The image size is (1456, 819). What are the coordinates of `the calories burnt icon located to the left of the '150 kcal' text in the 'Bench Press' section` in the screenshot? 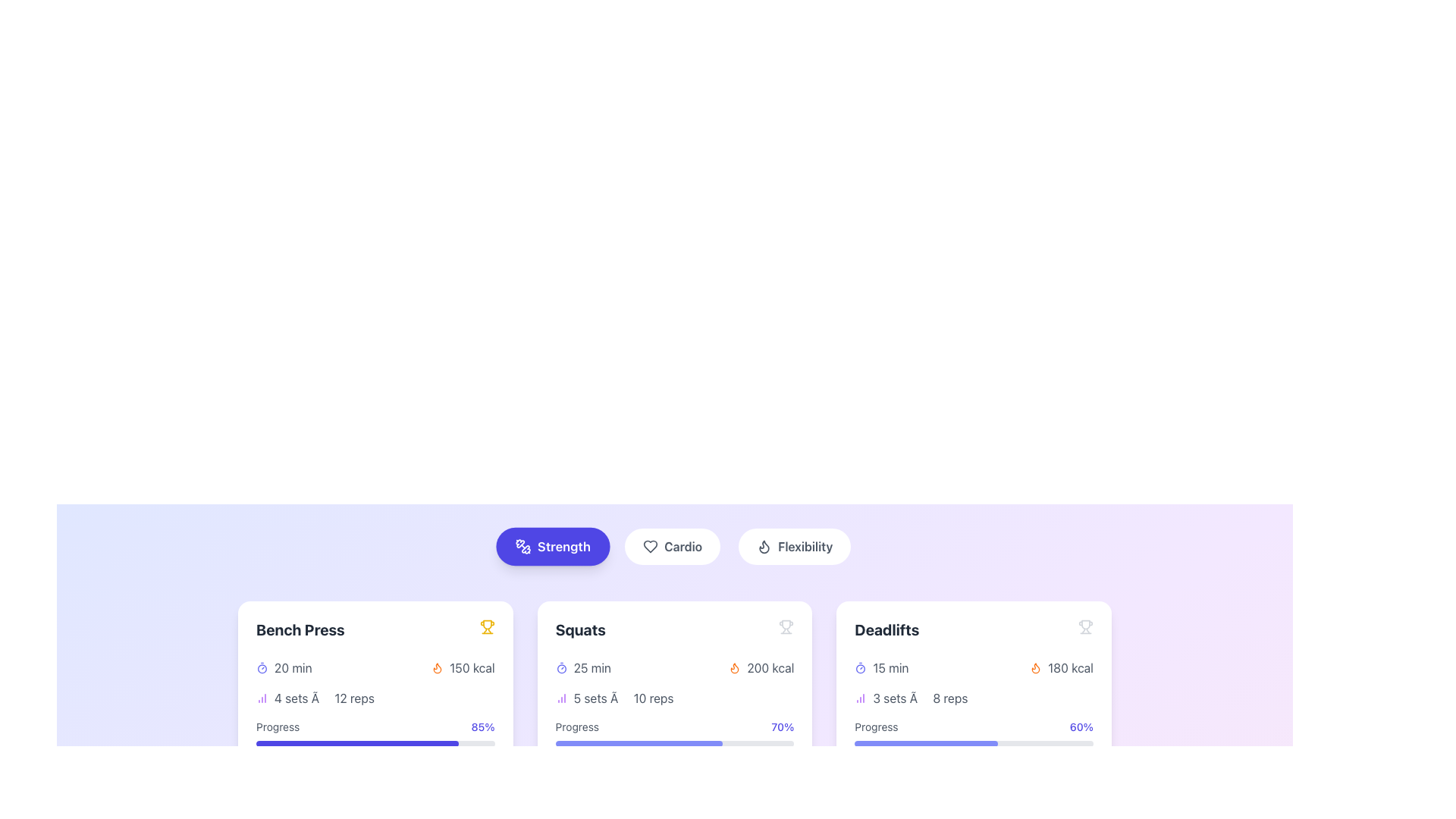 It's located at (437, 667).